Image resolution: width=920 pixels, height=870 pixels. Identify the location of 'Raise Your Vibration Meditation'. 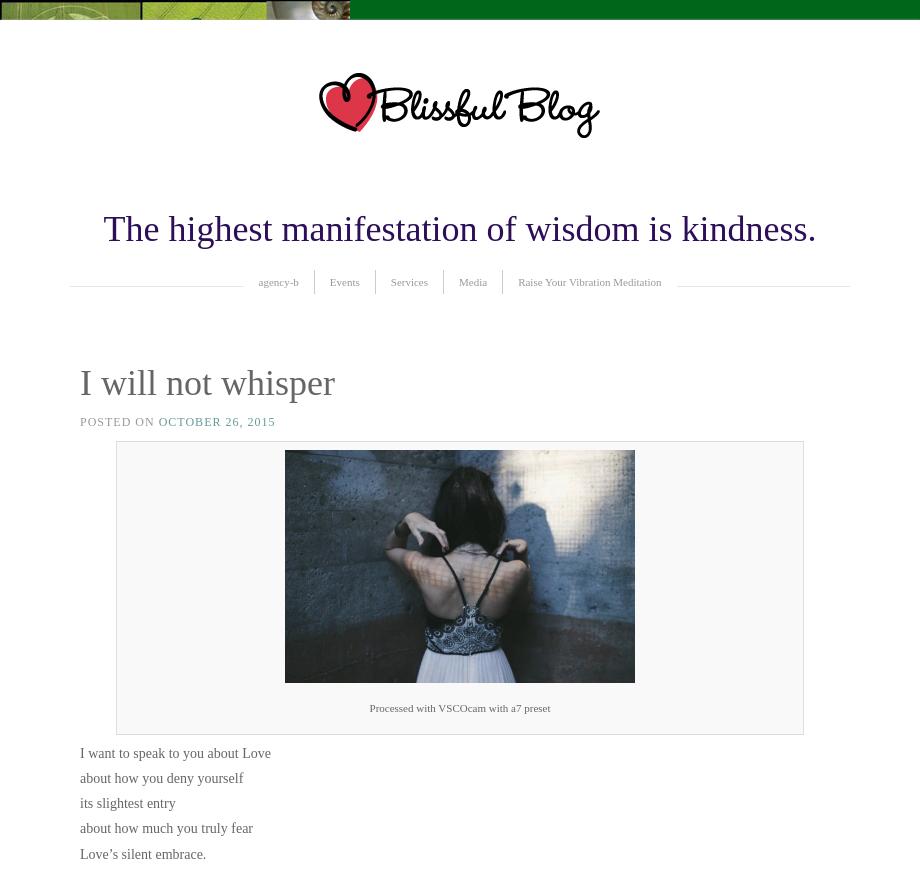
(588, 281).